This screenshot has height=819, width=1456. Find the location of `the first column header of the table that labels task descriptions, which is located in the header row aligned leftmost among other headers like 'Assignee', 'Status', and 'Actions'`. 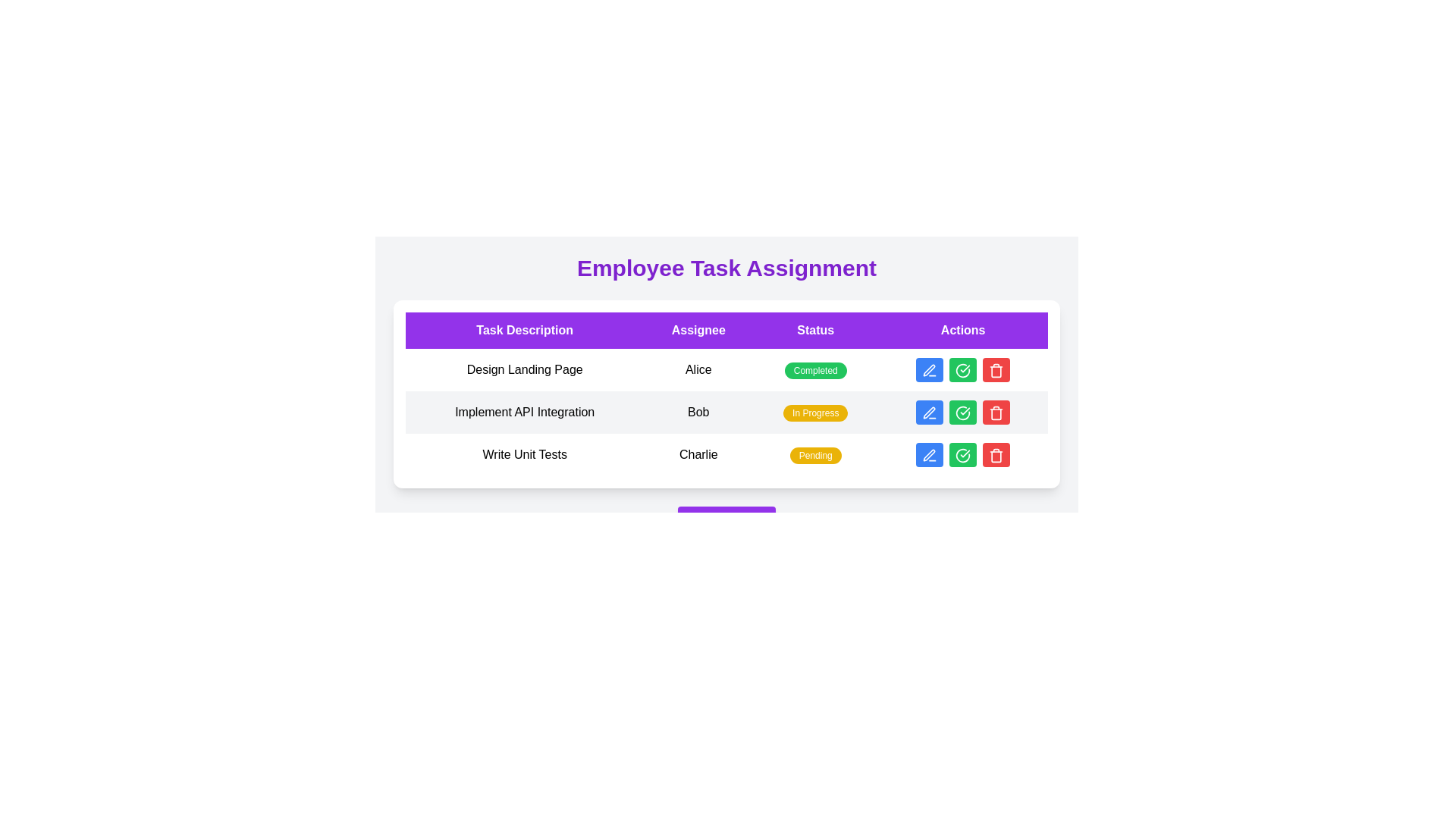

the first column header of the table that labels task descriptions, which is located in the header row aligned leftmost among other headers like 'Assignee', 'Status', and 'Actions' is located at coordinates (525, 329).